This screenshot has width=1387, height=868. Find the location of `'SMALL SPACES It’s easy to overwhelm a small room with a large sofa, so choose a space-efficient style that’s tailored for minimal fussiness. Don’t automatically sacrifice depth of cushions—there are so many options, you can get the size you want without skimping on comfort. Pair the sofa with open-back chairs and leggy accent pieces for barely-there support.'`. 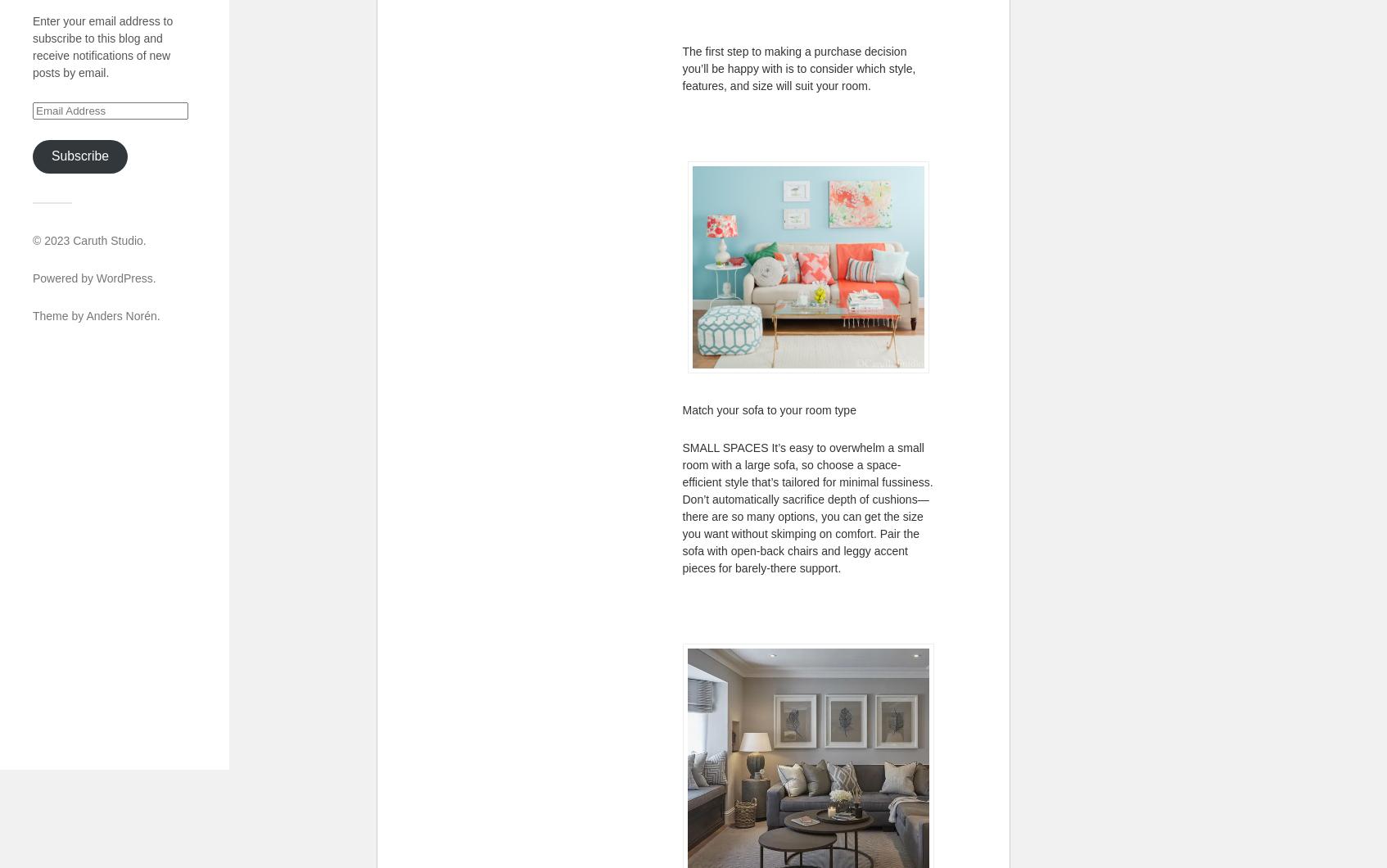

'SMALL SPACES It’s easy to overwhelm a small room with a large sofa, so choose a space-efficient style that’s tailored for minimal fussiness. Don’t automatically sacrifice depth of cushions—there are so many options, you can get the size you want without skimping on comfort. Pair the sofa with open-back chairs and leggy accent pieces for barely-there support.' is located at coordinates (806, 508).